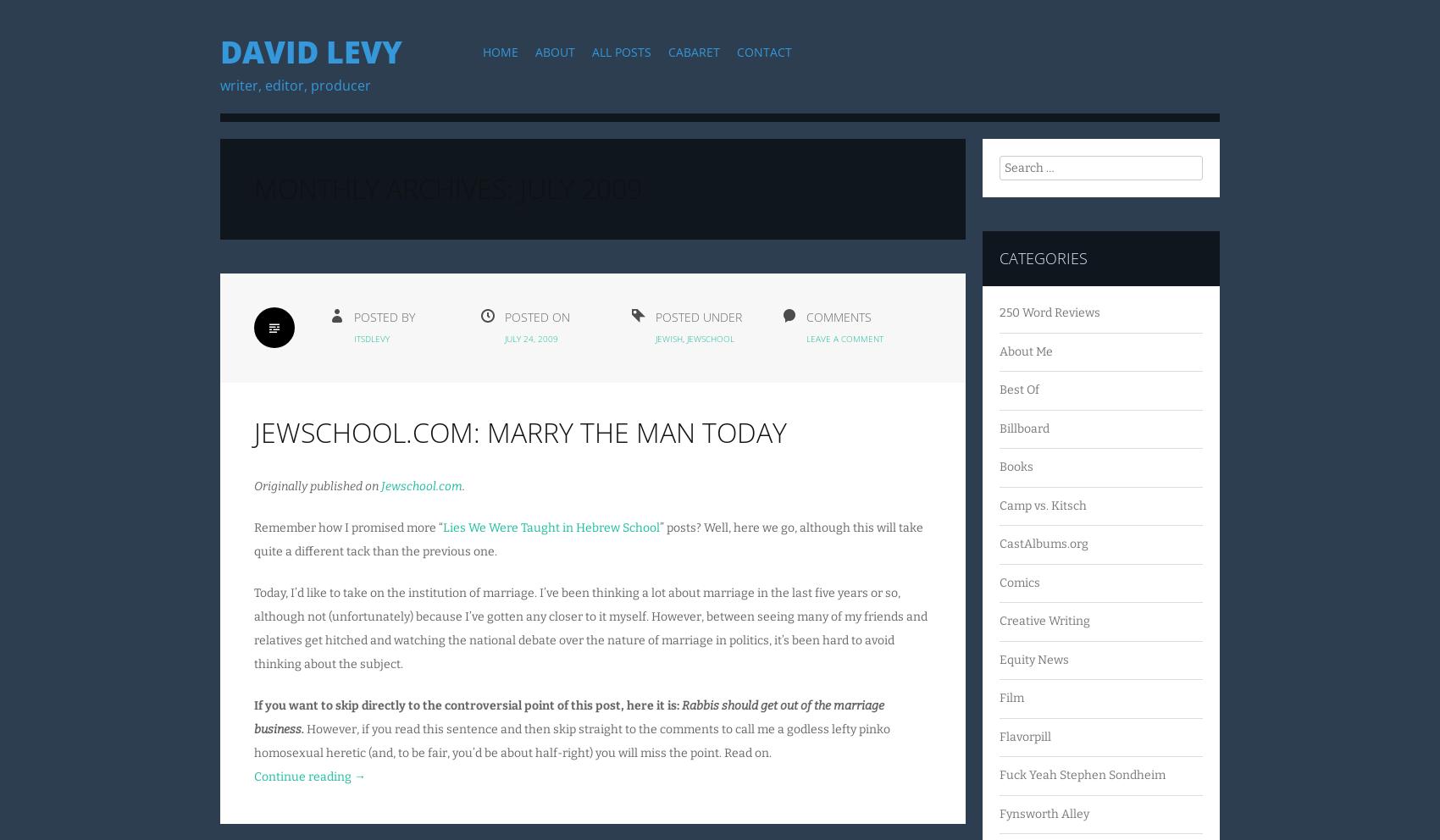 The image size is (1440, 840). I want to click on '250 Word Reviews', so click(1049, 312).